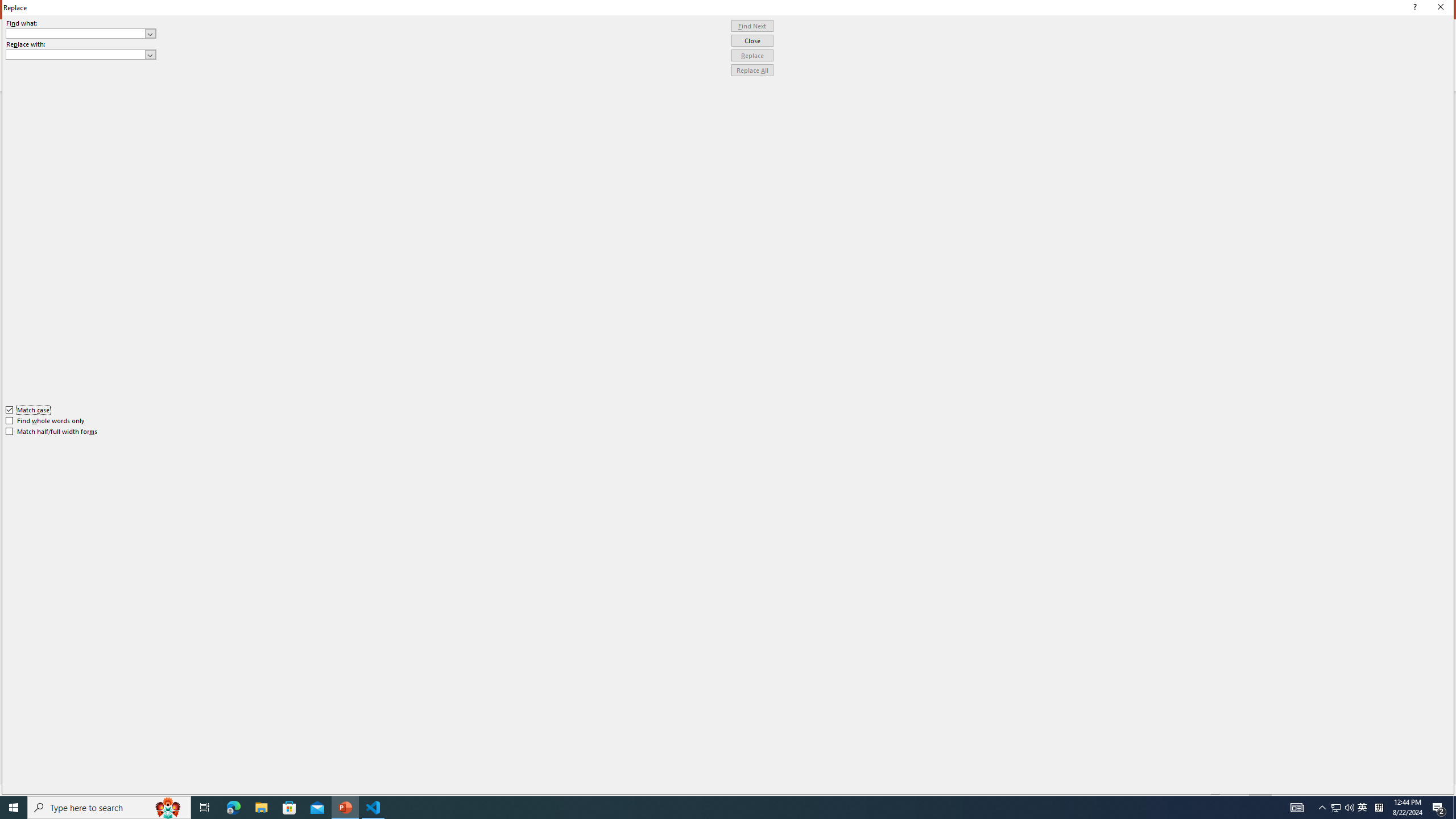  I want to click on 'Replace All', so click(752, 69).